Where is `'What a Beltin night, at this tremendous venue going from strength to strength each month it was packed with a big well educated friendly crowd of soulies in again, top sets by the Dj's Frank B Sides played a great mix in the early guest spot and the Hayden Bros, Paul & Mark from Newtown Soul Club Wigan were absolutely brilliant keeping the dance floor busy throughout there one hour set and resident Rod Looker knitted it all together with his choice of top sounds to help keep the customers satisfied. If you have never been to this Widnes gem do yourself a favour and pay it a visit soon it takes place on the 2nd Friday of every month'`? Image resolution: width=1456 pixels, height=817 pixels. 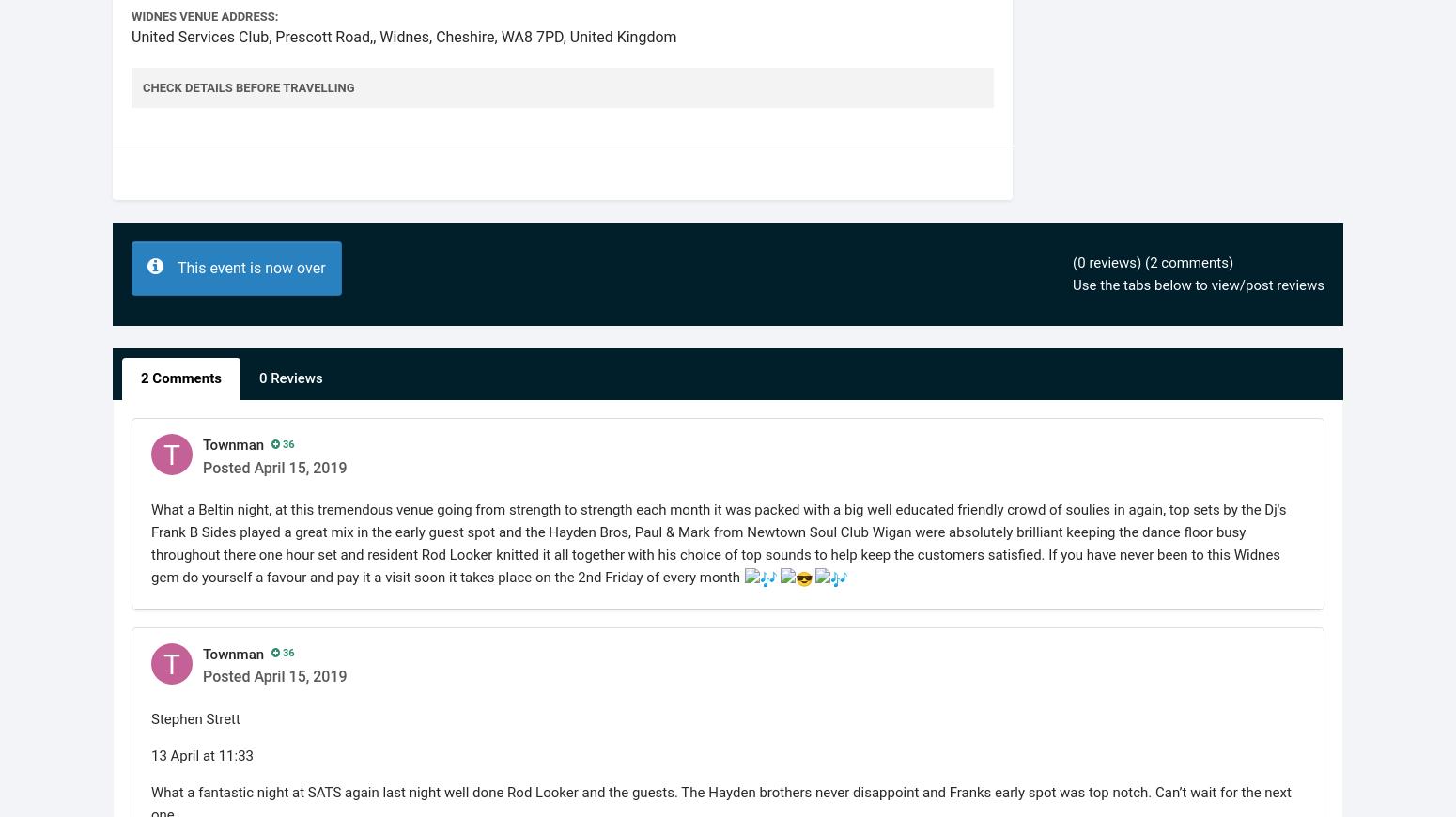 'What a Beltin night, at this tremendous venue going from strength to strength each month it was packed with a big well educated friendly crowd of soulies in again, top sets by the Dj's Frank B Sides played a great mix in the early guest spot and the Hayden Bros, Paul & Mark from Newtown Soul Club Wigan were absolutely brilliant keeping the dance floor busy throughout there one hour set and resident Rod Looker knitted it all together with his choice of top sounds to help keep the customers satisfied. If you have never been to this Widnes gem do yourself a favour and pay it a visit soon it takes place on the 2nd Friday of every month' is located at coordinates (718, 542).